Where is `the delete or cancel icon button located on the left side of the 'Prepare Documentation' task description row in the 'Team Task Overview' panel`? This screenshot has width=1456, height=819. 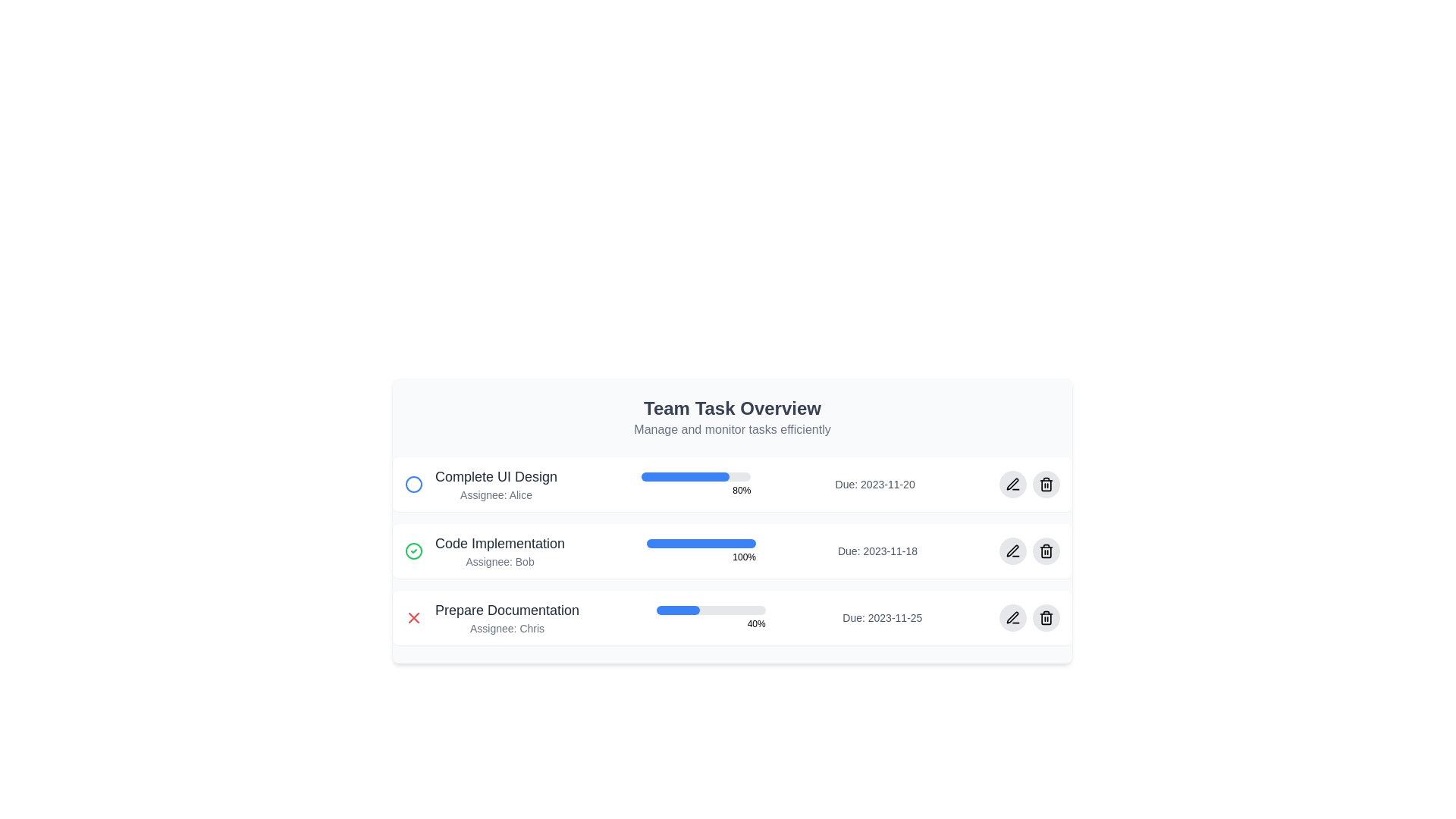
the delete or cancel icon button located on the left side of the 'Prepare Documentation' task description row in the 'Team Task Overview' panel is located at coordinates (414, 617).